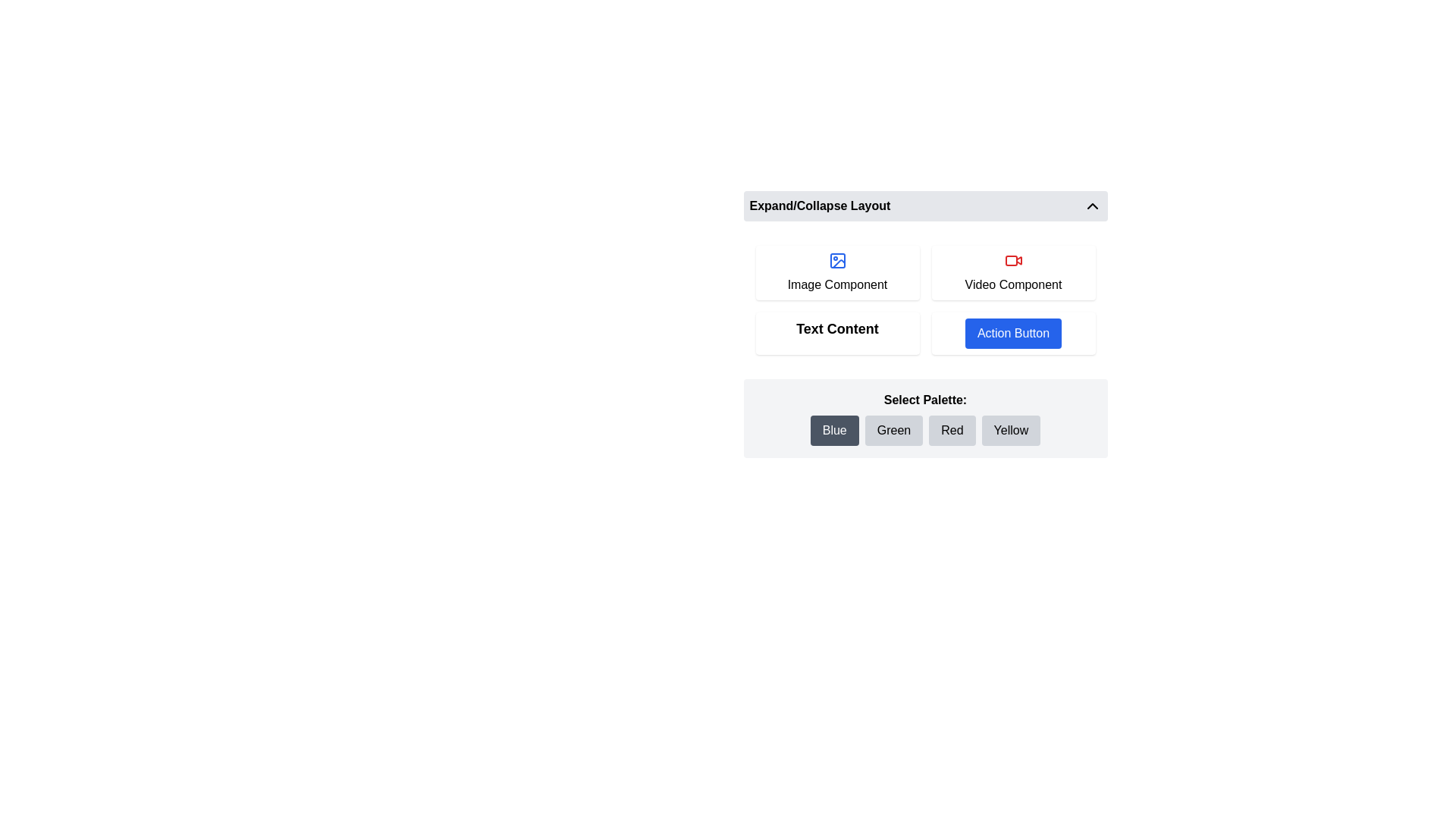 This screenshot has width=1456, height=819. What do you see at coordinates (894, 430) in the screenshot?
I see `the 'Green' button` at bounding box center [894, 430].